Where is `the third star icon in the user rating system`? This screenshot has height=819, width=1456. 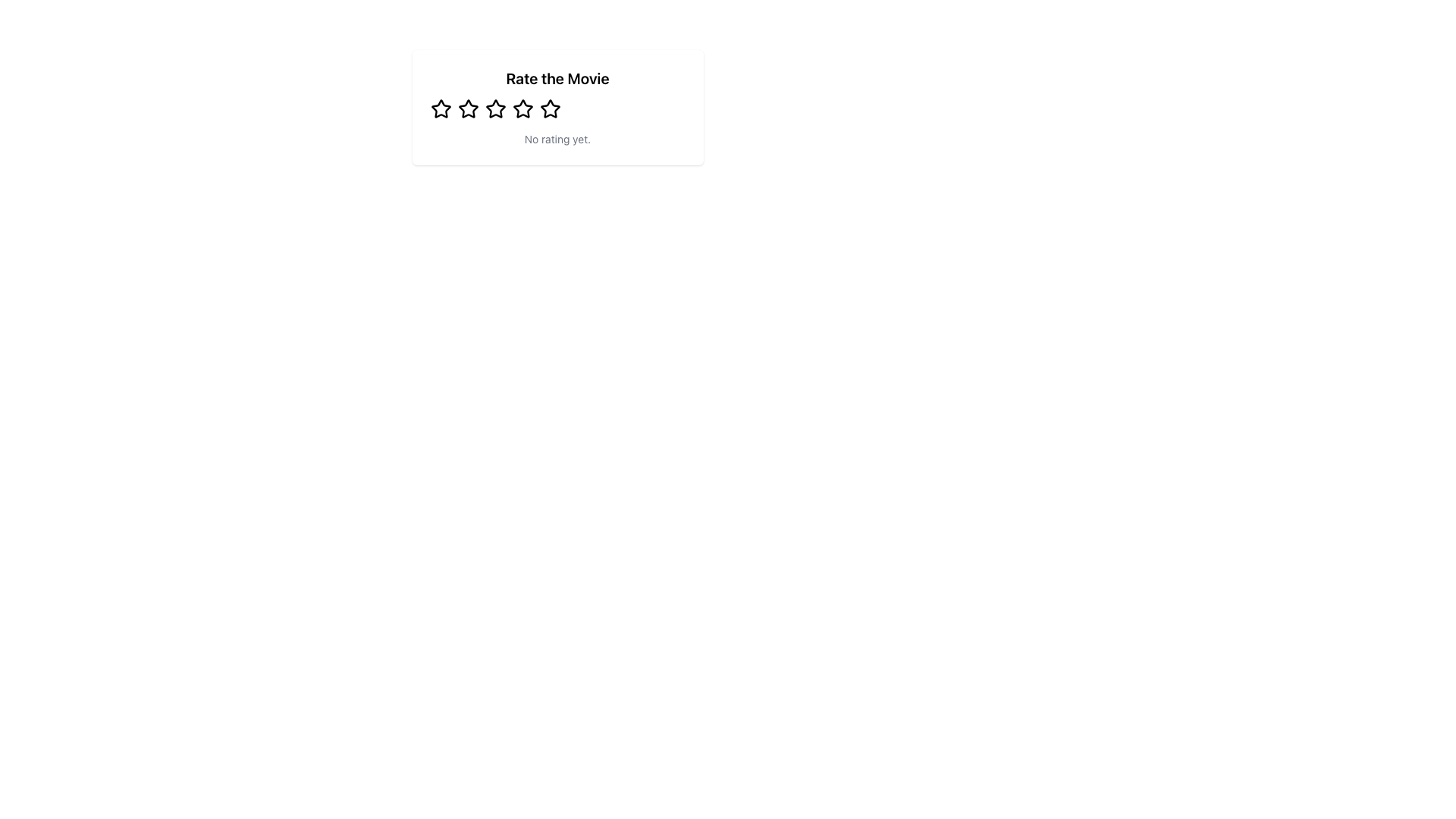 the third star icon in the user rating system is located at coordinates (522, 108).